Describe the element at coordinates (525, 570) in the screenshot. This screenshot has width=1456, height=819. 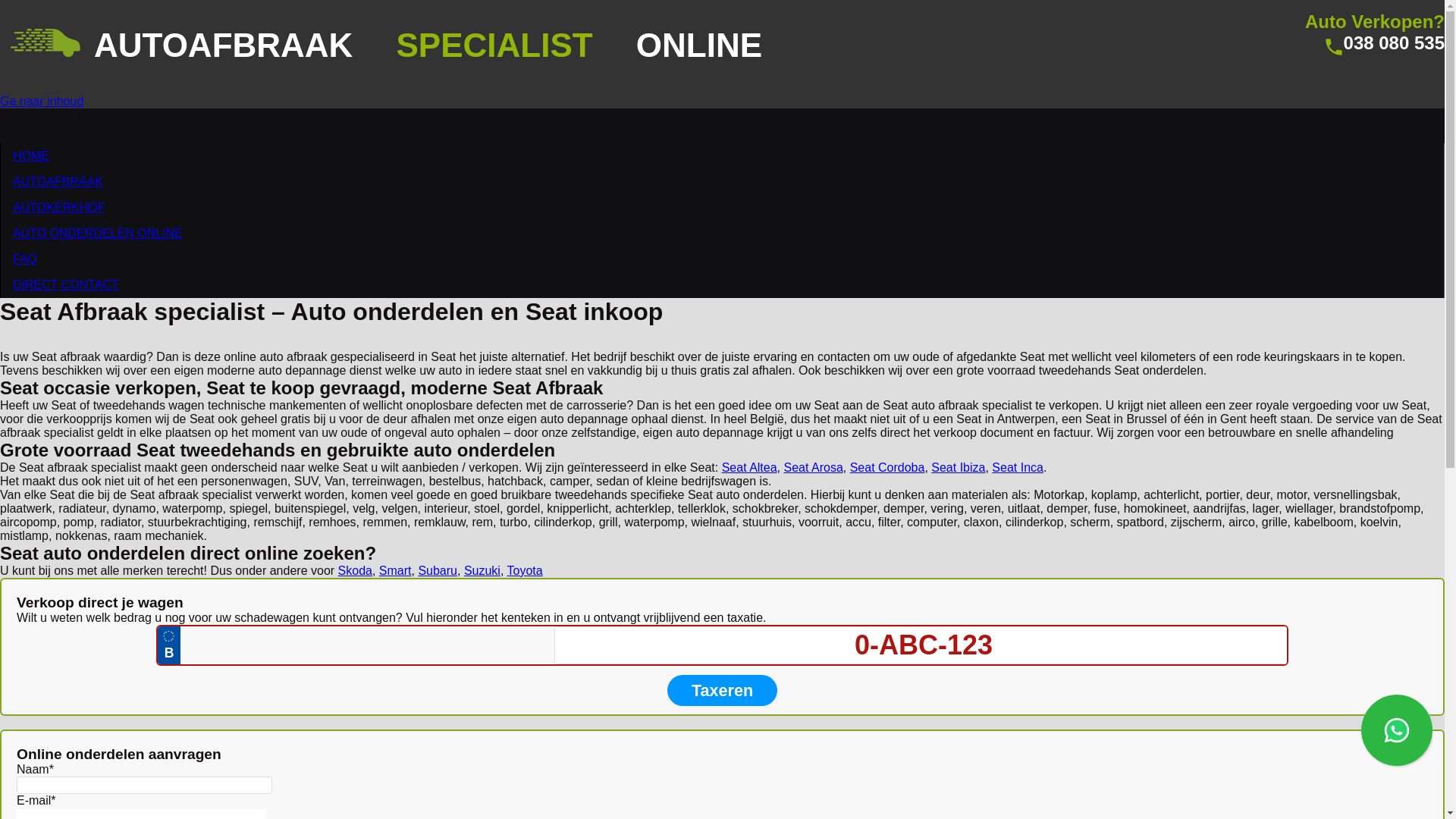
I see `'Toyota'` at that location.